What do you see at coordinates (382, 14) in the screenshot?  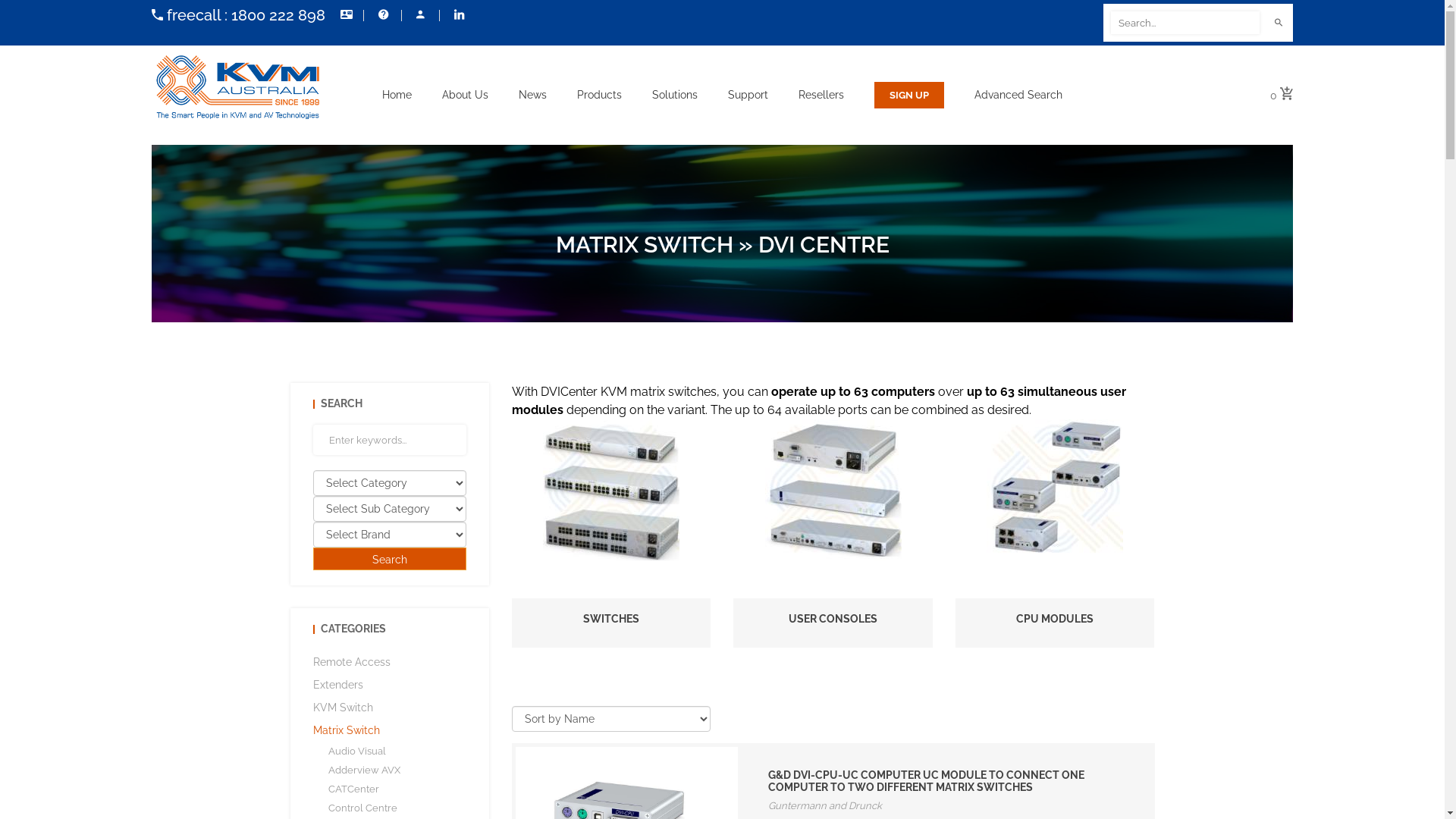 I see `'Help'` at bounding box center [382, 14].